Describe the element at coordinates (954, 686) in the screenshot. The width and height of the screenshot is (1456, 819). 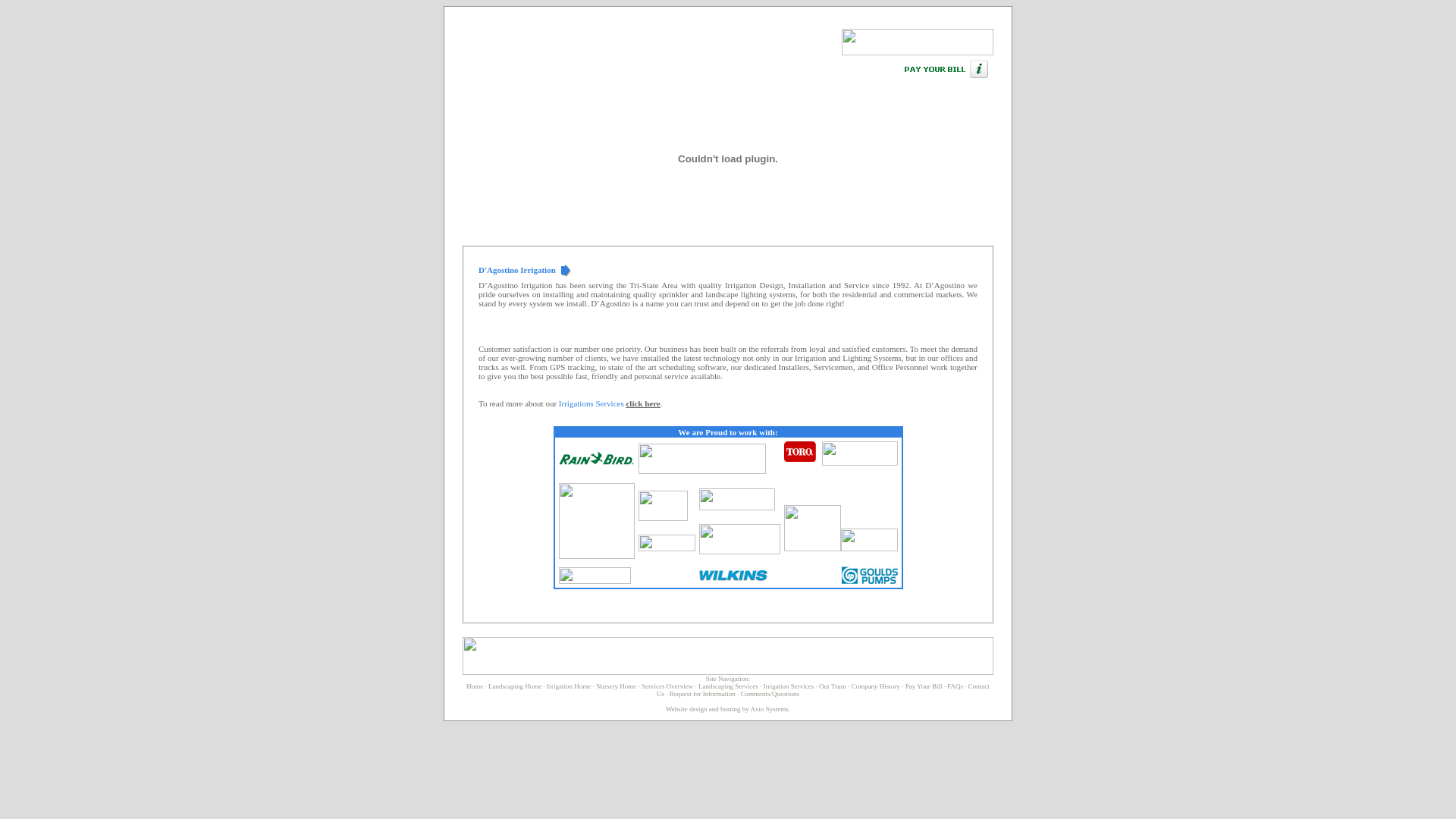
I see `'FAQs'` at that location.